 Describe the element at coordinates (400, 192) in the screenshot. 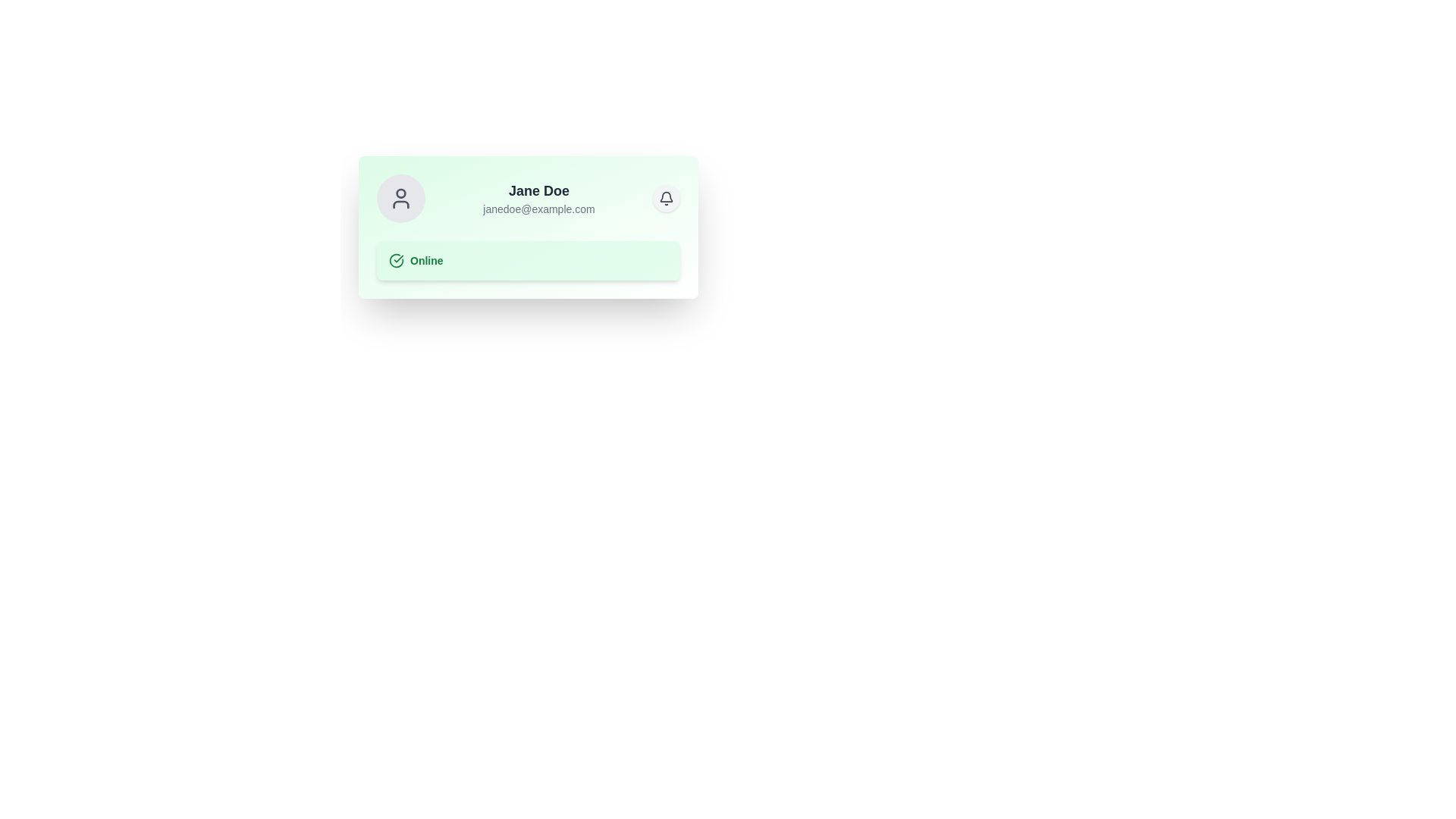

I see `the circular SVG component that represents a small dot within the profile icon on the left side of the user card` at that location.